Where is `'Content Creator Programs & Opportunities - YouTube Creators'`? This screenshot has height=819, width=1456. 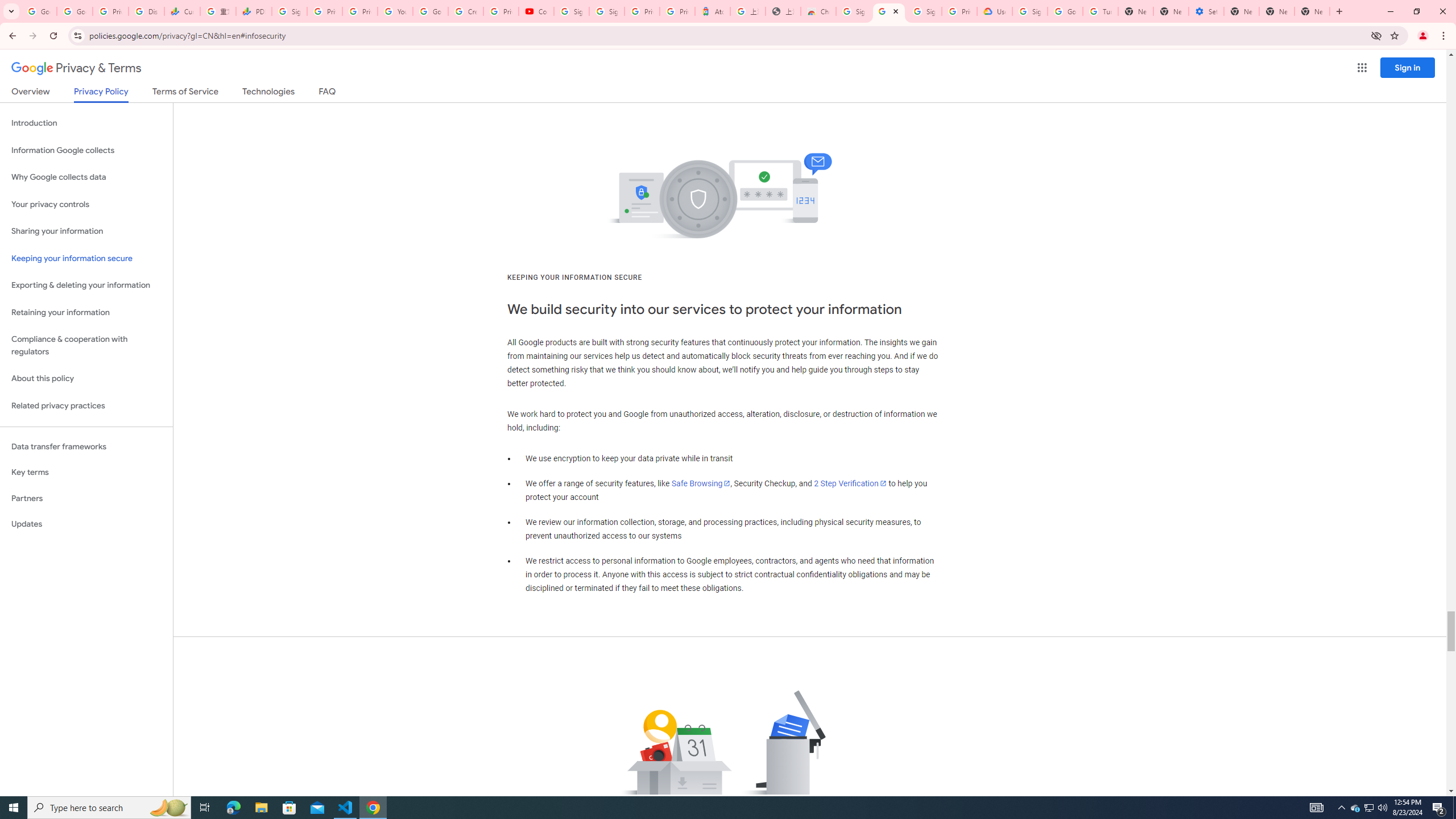 'Content Creator Programs & Opportunities - YouTube Creators' is located at coordinates (536, 11).